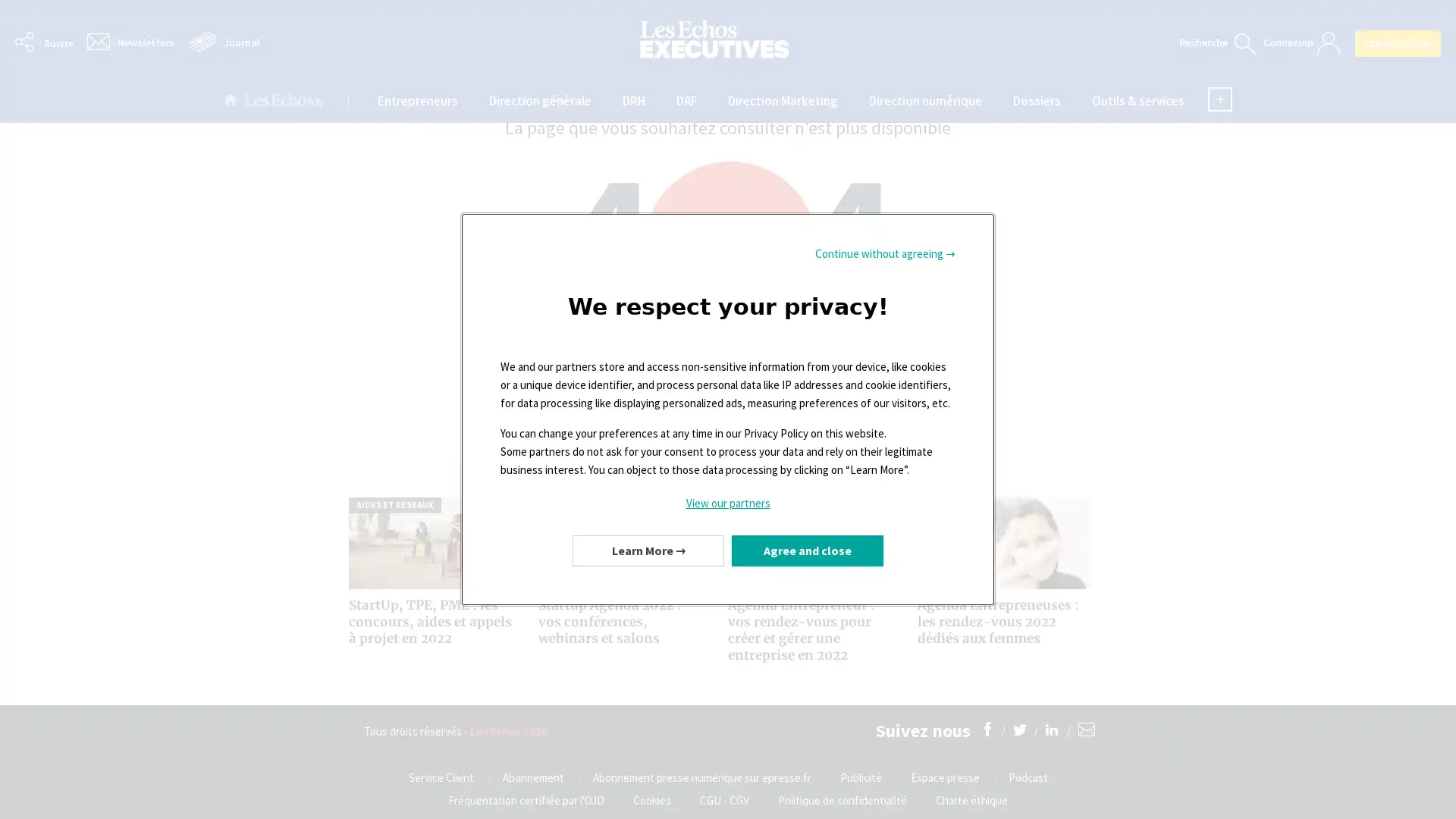  What do you see at coordinates (648, 550) in the screenshot?
I see `Configure your consents` at bounding box center [648, 550].